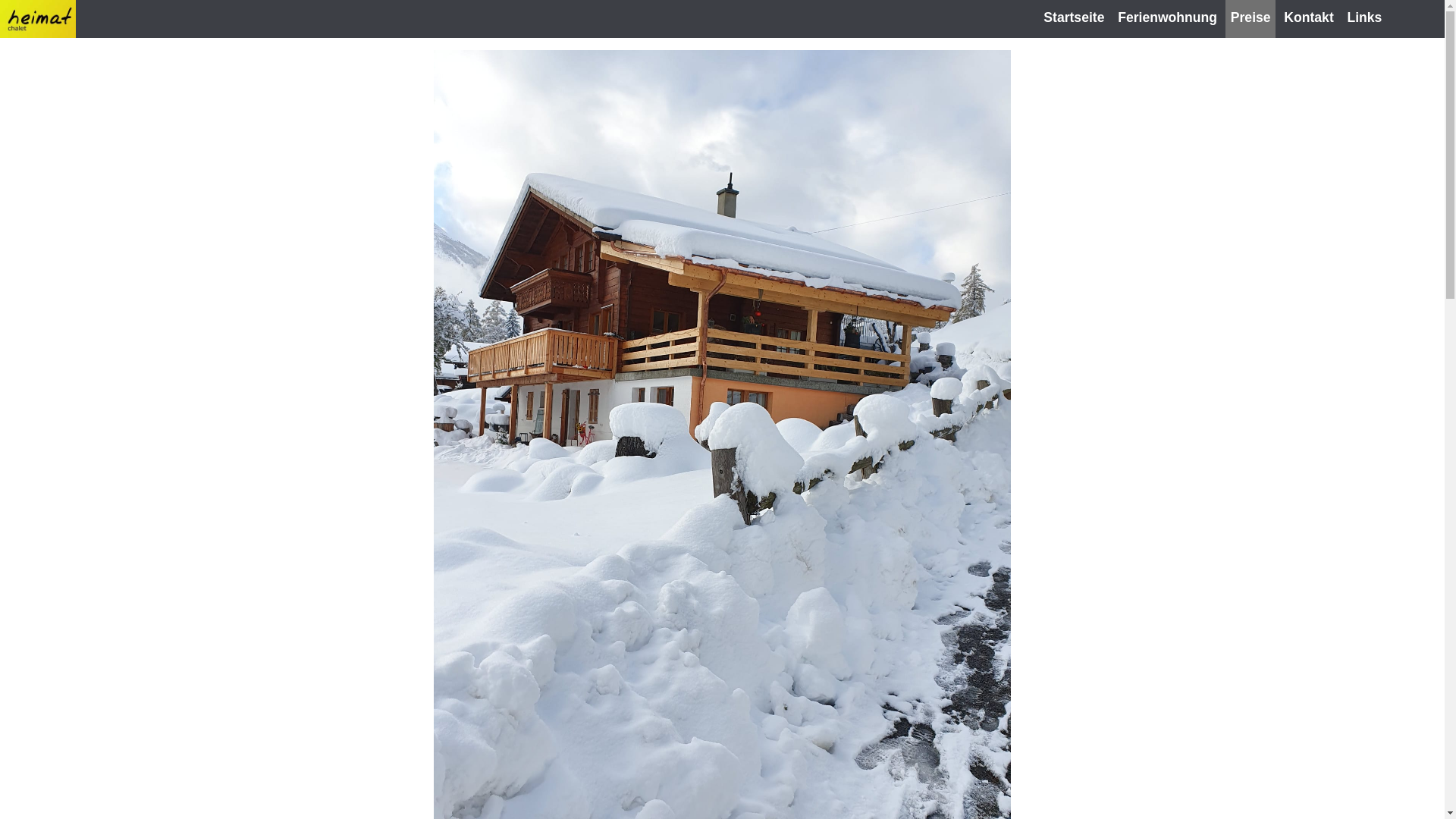 The image size is (1456, 819). I want to click on 'Preise', so click(1250, 17).